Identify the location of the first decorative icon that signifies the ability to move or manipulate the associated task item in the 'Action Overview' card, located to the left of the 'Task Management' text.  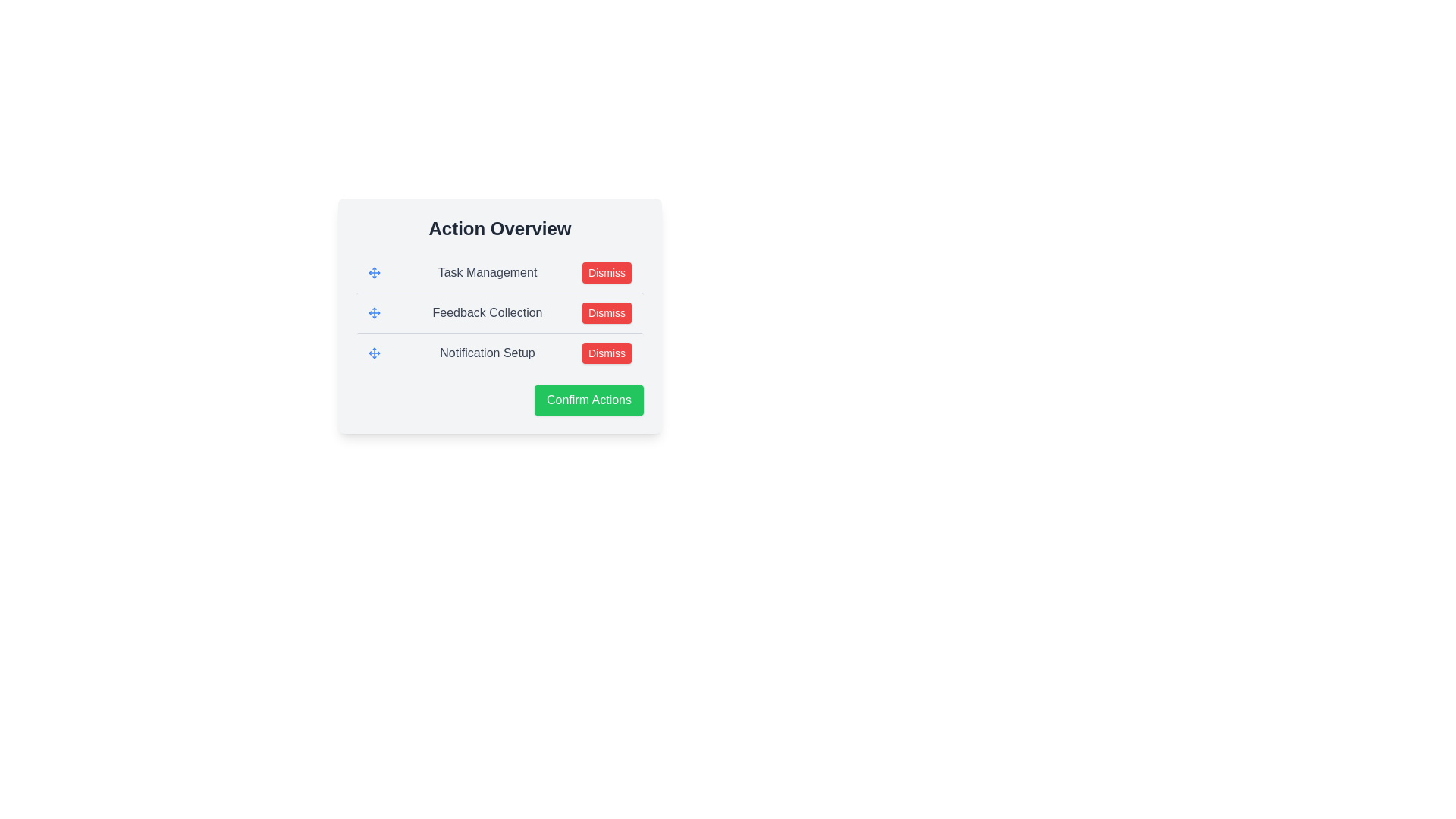
(375, 271).